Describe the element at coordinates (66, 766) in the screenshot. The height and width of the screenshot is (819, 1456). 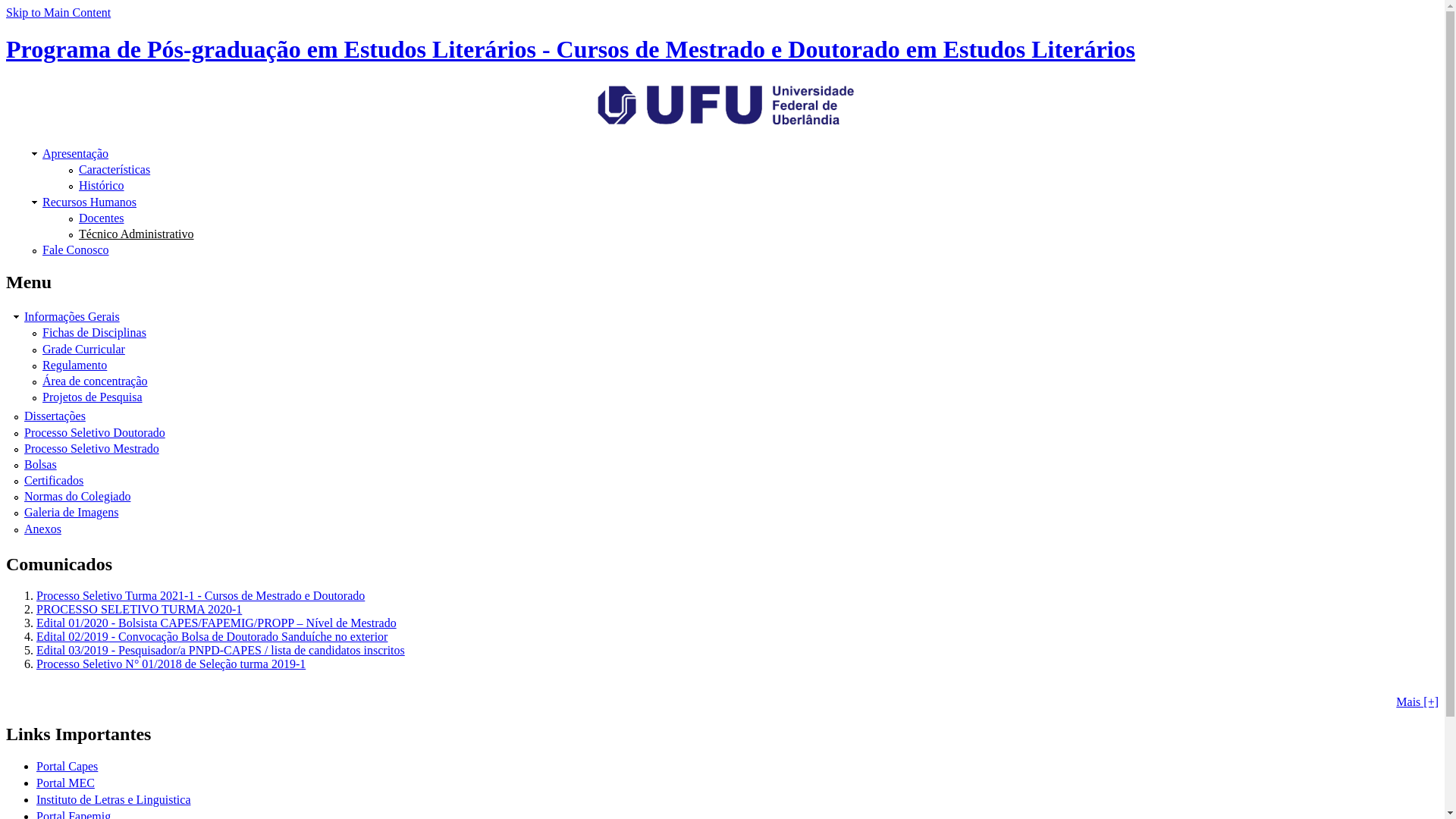
I see `'Portal Capes'` at that location.